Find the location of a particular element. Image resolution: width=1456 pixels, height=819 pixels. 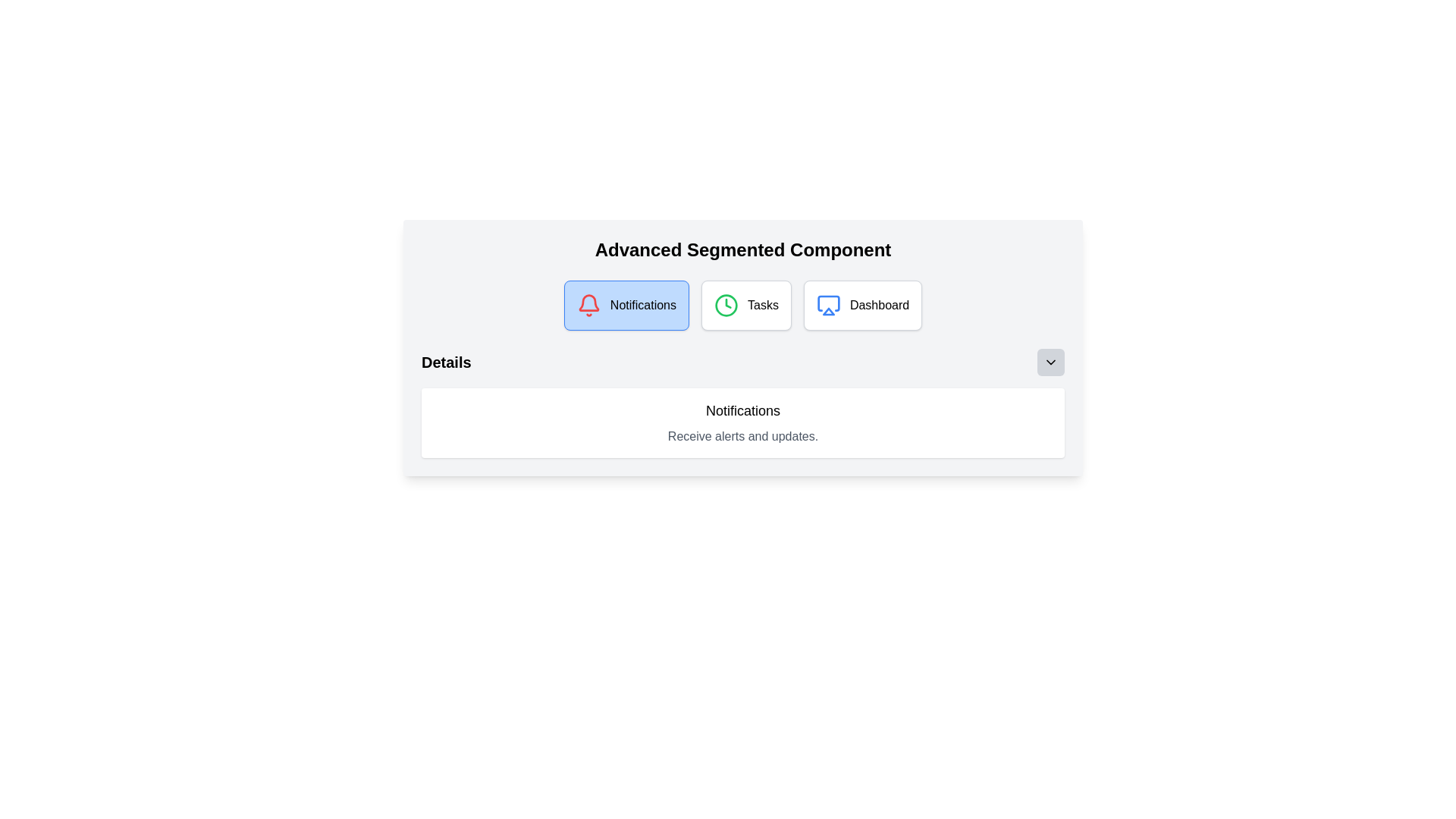

the downward-facing chevron arrow icon within the pale gray circular button located at the top-right corner of the 'Details' section is located at coordinates (1050, 362).